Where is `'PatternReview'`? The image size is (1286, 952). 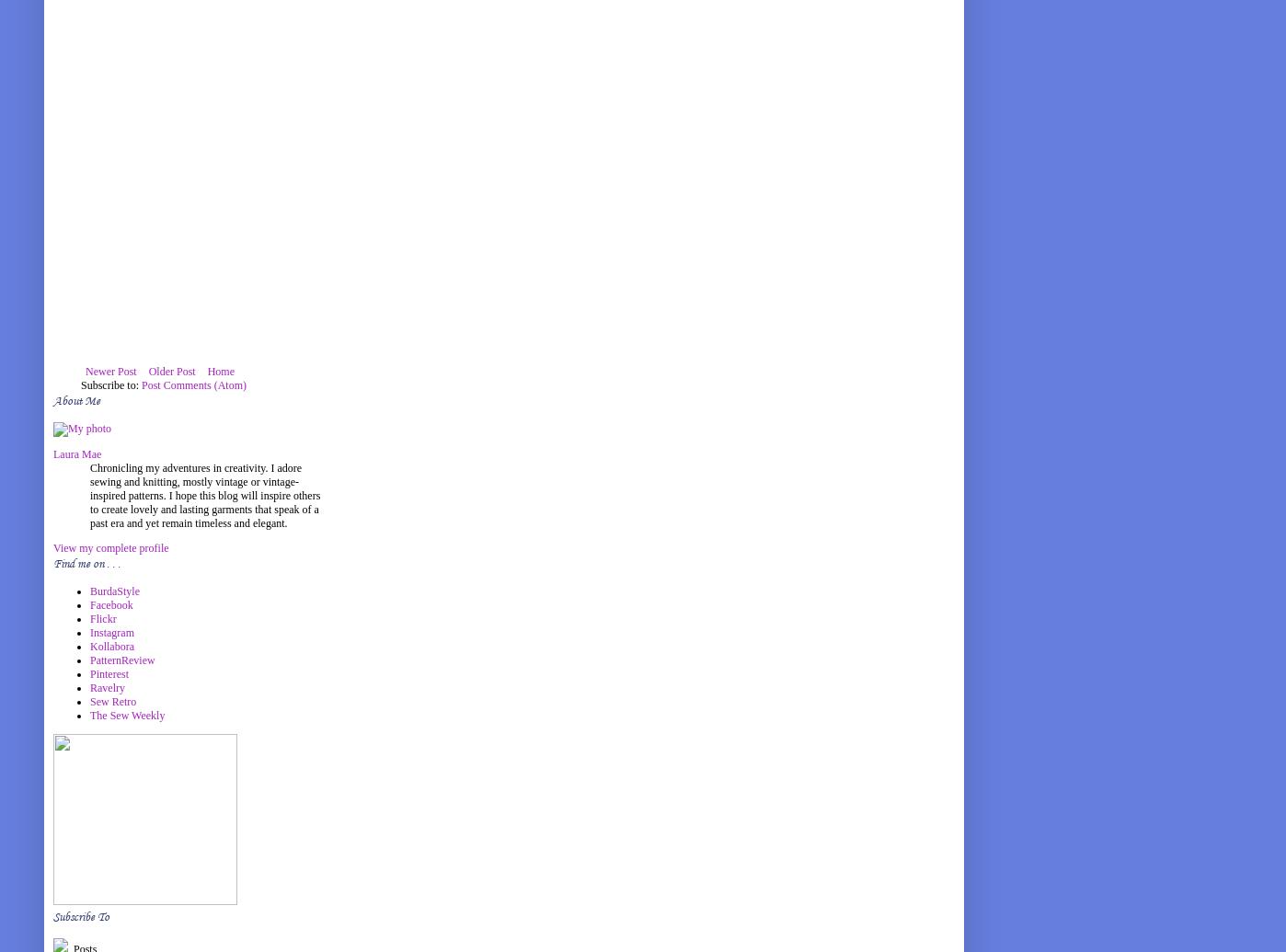
'PatternReview' is located at coordinates (121, 659).